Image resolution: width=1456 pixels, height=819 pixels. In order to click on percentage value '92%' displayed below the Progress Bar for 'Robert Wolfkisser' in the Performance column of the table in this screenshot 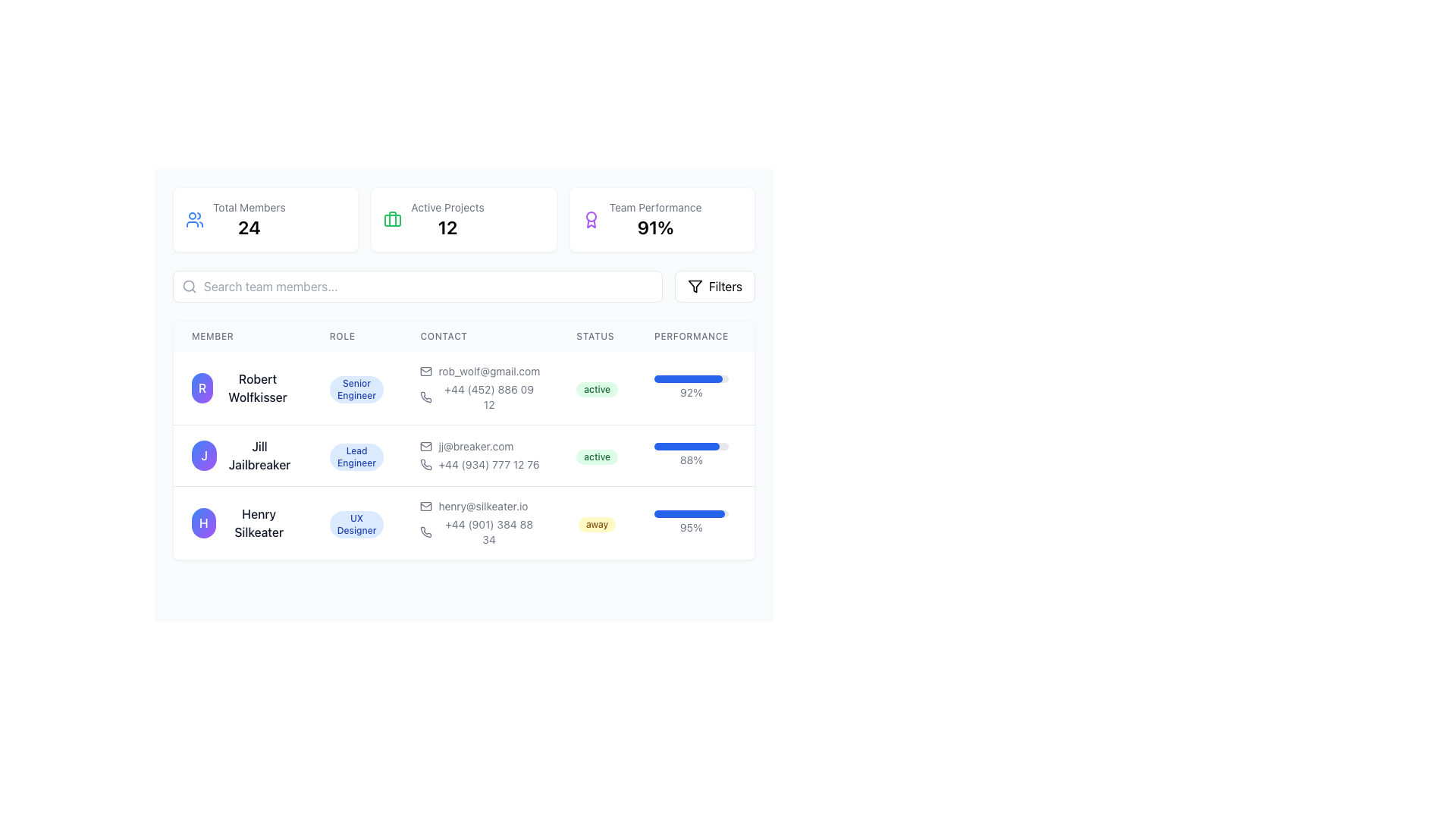, I will do `click(691, 388)`.